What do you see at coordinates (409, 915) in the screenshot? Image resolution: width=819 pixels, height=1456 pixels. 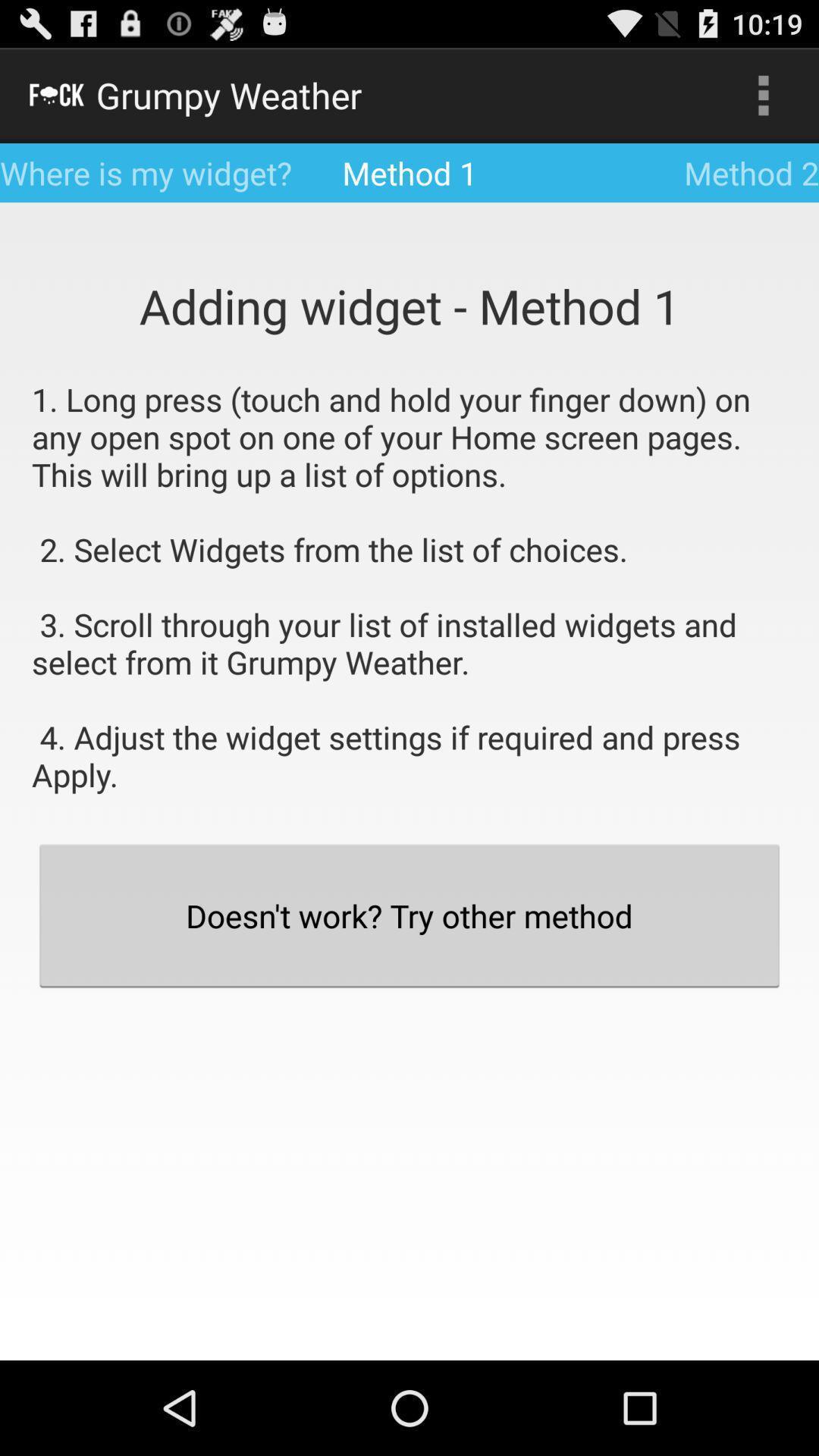 I see `the item below 1 long press item` at bounding box center [409, 915].